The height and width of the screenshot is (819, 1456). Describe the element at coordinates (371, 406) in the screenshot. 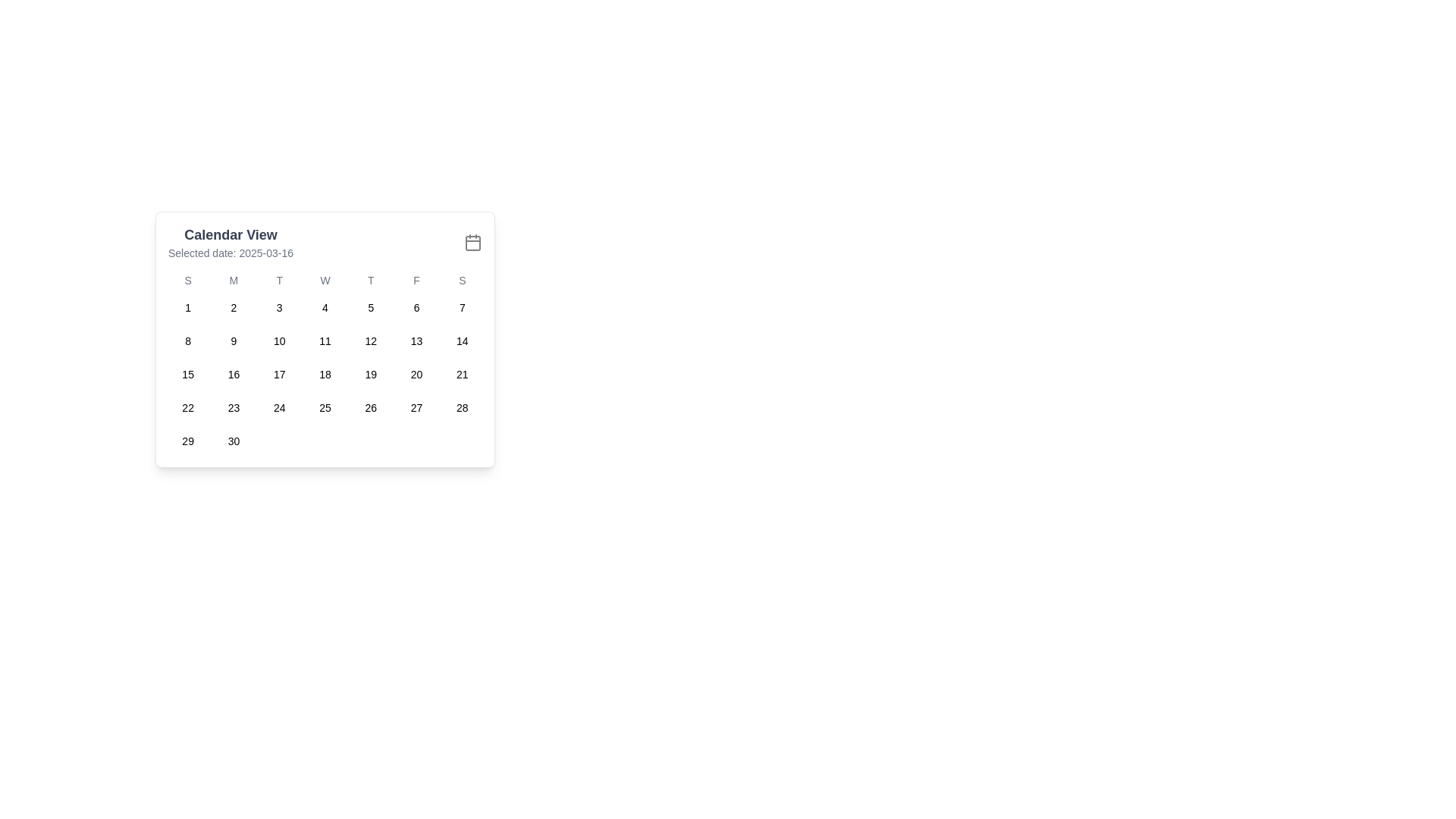

I see `the rounded rectangular button containing the number '26' in the calendar grid` at that location.